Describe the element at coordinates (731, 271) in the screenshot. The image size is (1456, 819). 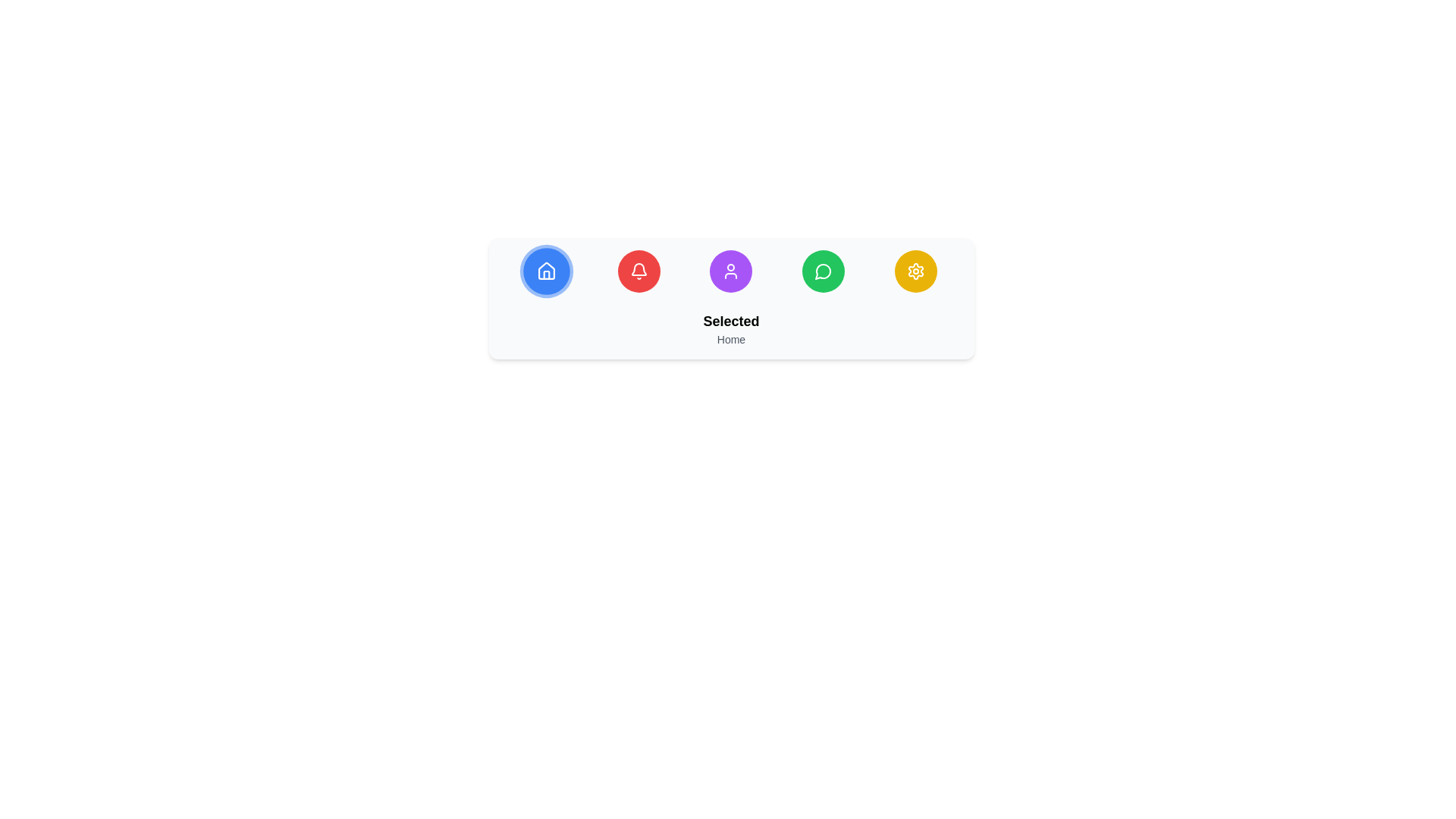
I see `the circular button with a purple background and white user icon, which is the fourth button in a group of five` at that location.